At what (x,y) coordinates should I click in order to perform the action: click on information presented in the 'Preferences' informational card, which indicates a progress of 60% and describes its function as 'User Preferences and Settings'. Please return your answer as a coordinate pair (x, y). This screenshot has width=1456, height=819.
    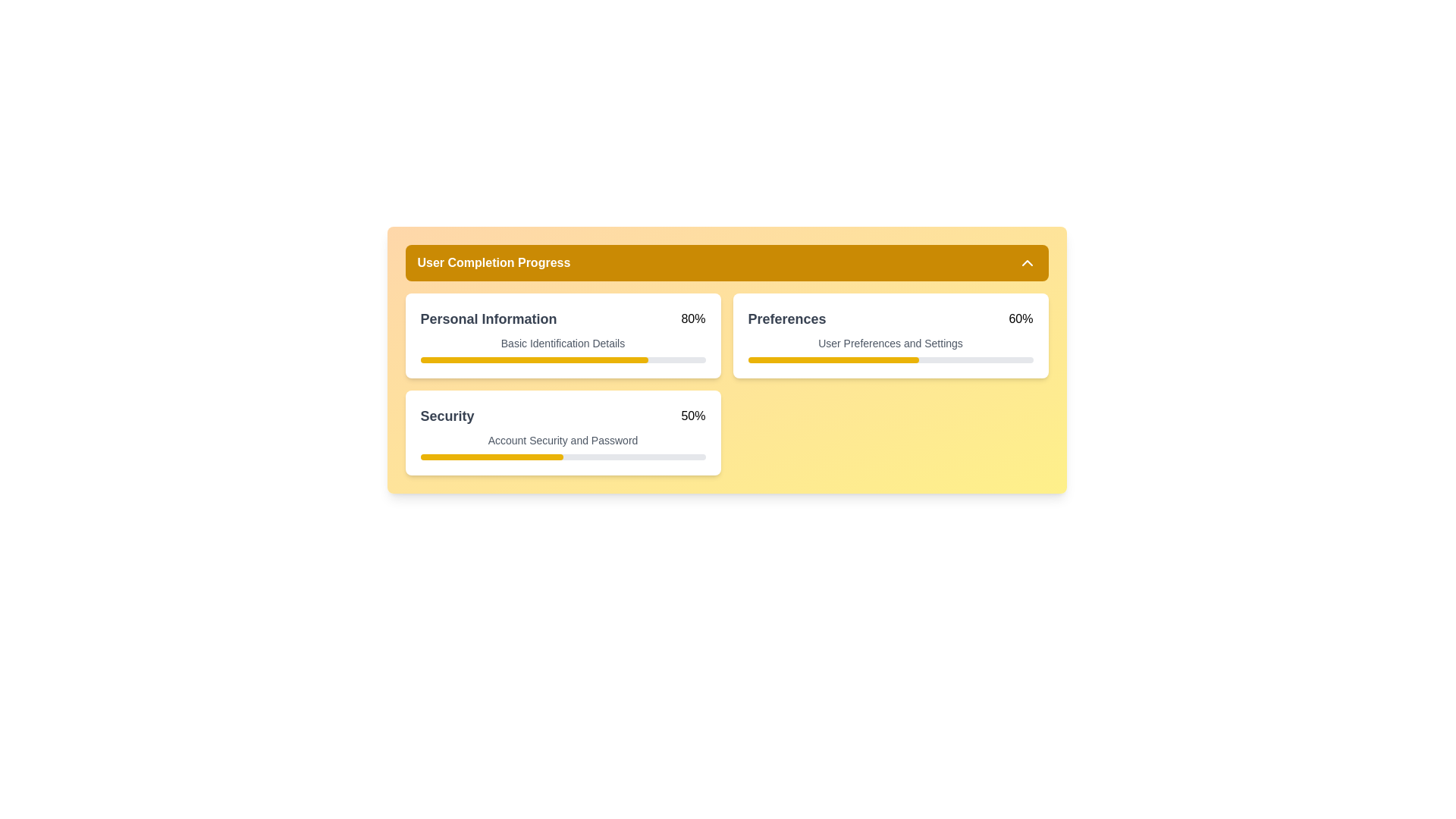
    Looking at the image, I should click on (890, 335).